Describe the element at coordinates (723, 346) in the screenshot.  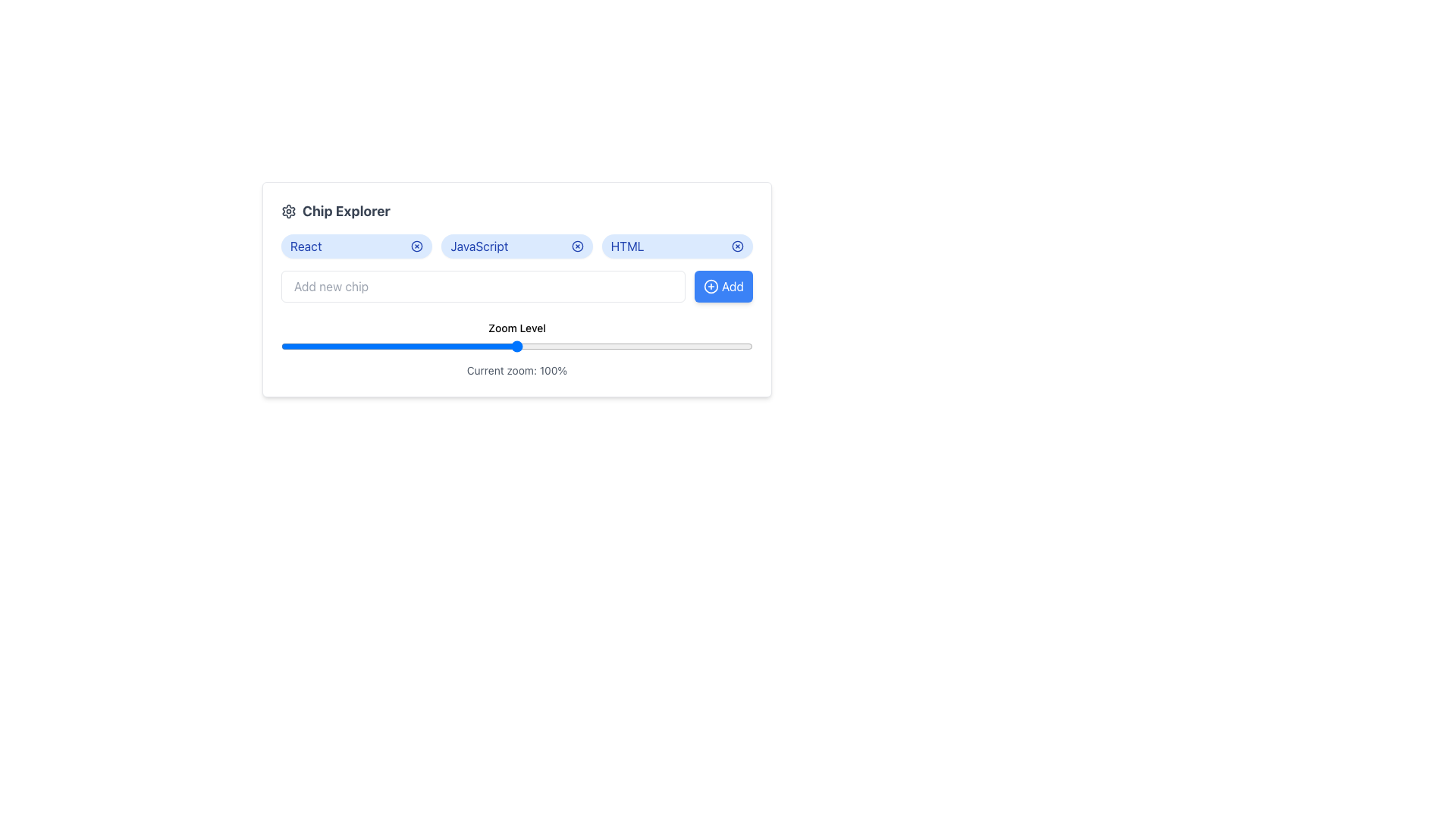
I see `zoom level` at that location.